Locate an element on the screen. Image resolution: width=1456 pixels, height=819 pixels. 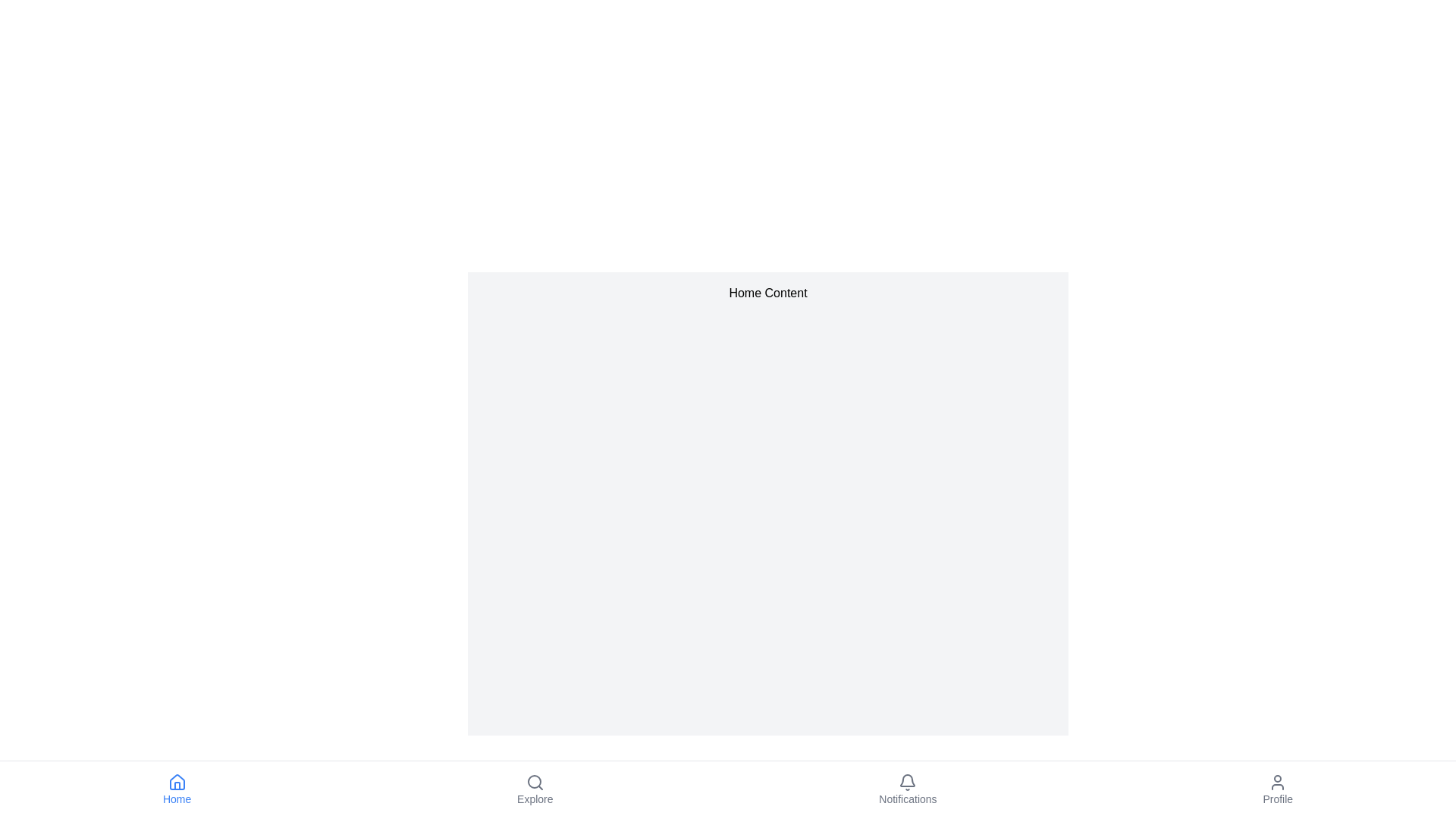
the user icon located near the bottom-right corner of the interface within the 'Profile' navigation item, positioned above the text 'Profile' is located at coordinates (1277, 783).